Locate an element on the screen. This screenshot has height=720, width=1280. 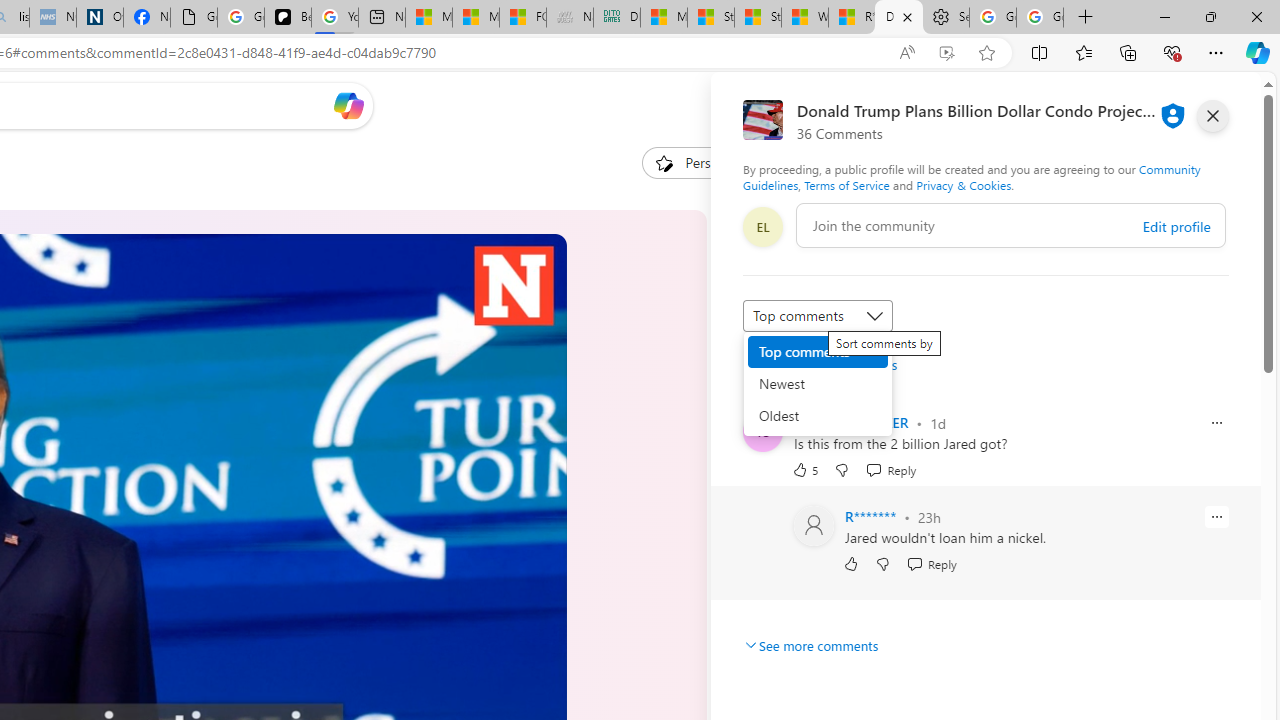
'Profile Picture' is located at coordinates (814, 524).